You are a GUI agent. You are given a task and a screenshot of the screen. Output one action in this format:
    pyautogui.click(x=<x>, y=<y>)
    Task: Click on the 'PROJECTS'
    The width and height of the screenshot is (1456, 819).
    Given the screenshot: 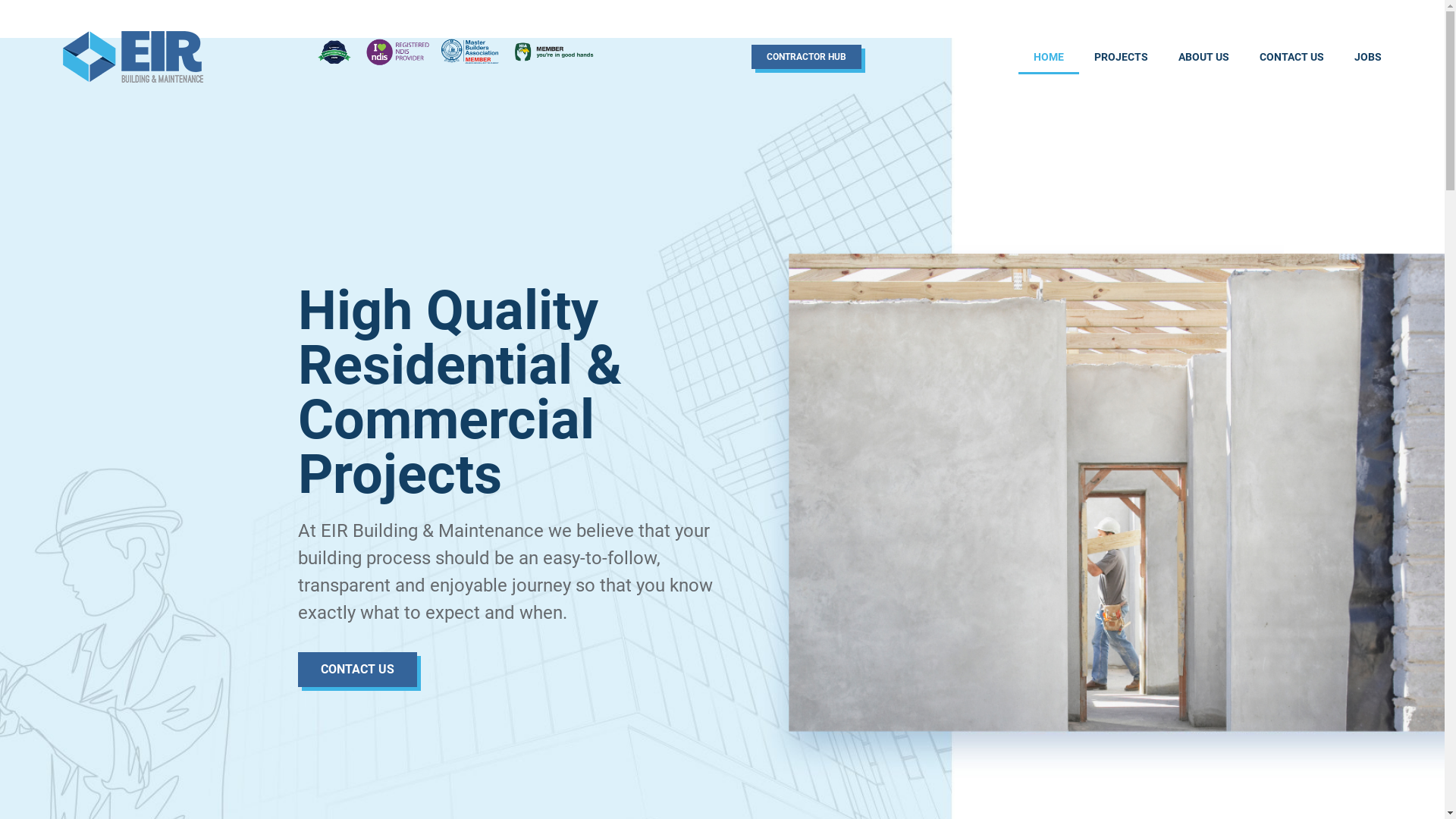 What is the action you would take?
    pyautogui.click(x=1121, y=55)
    